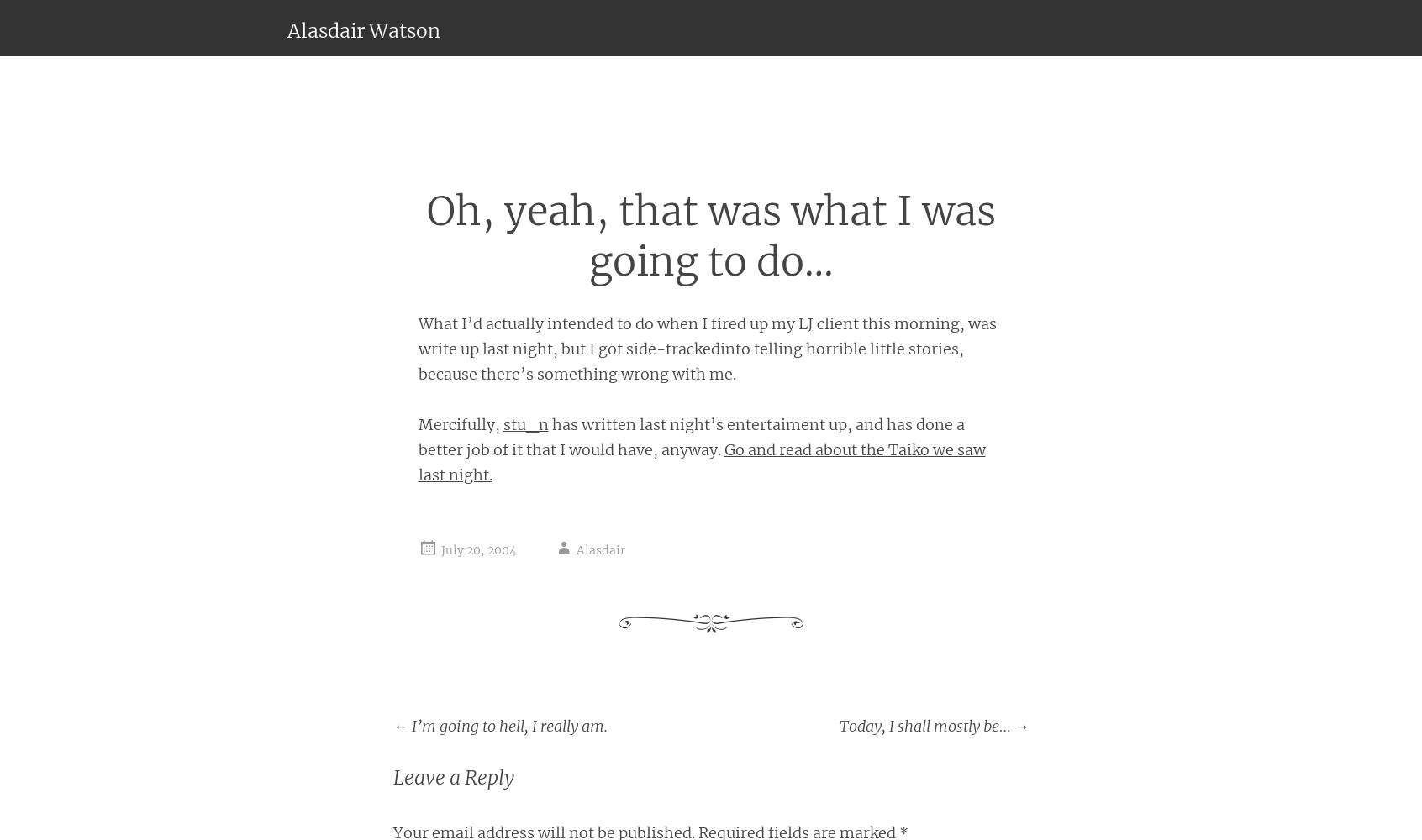  What do you see at coordinates (524, 423) in the screenshot?
I see `'stu_n'` at bounding box center [524, 423].